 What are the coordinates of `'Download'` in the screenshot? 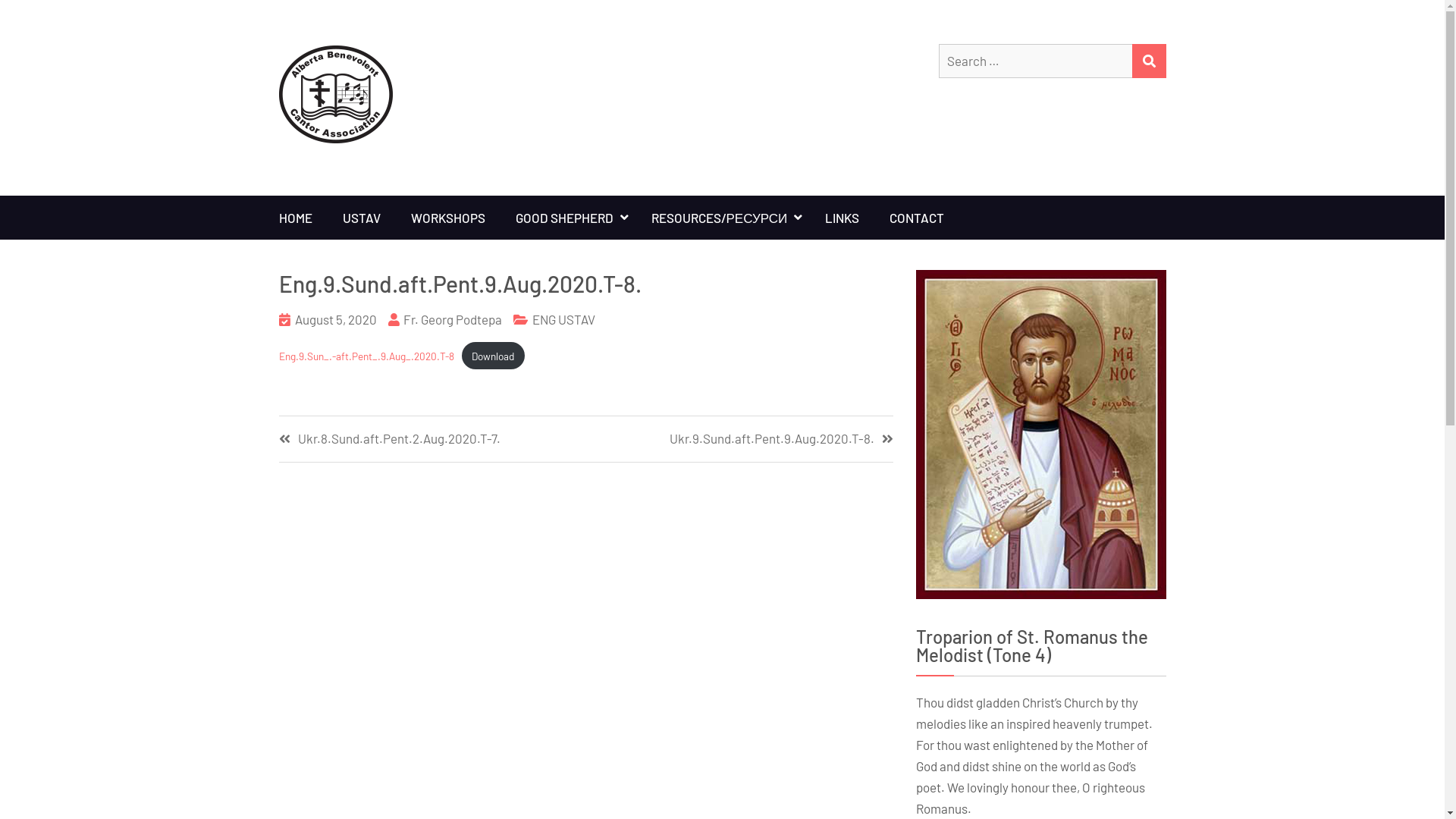 It's located at (493, 356).